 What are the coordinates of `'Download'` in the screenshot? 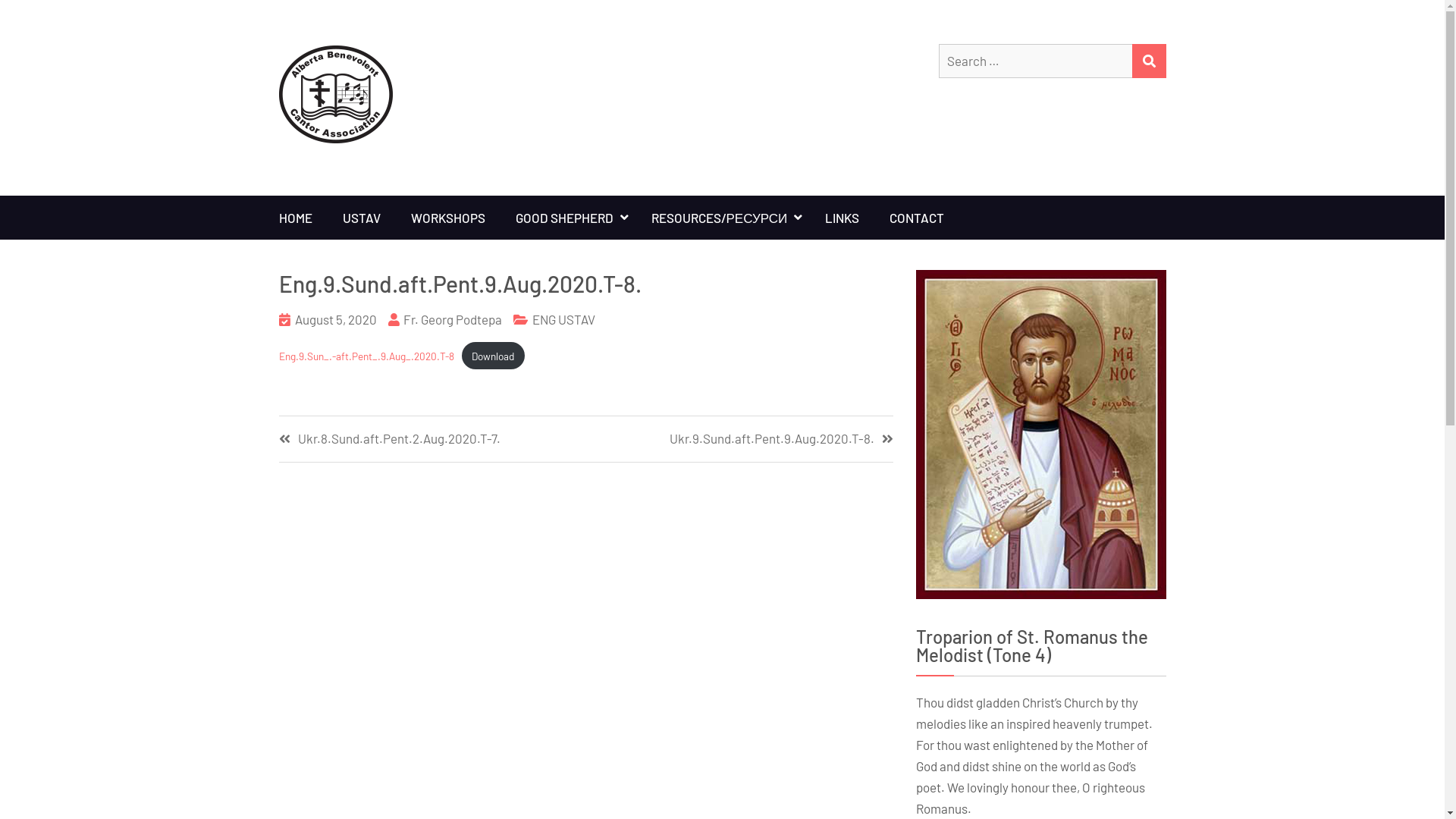 It's located at (493, 356).